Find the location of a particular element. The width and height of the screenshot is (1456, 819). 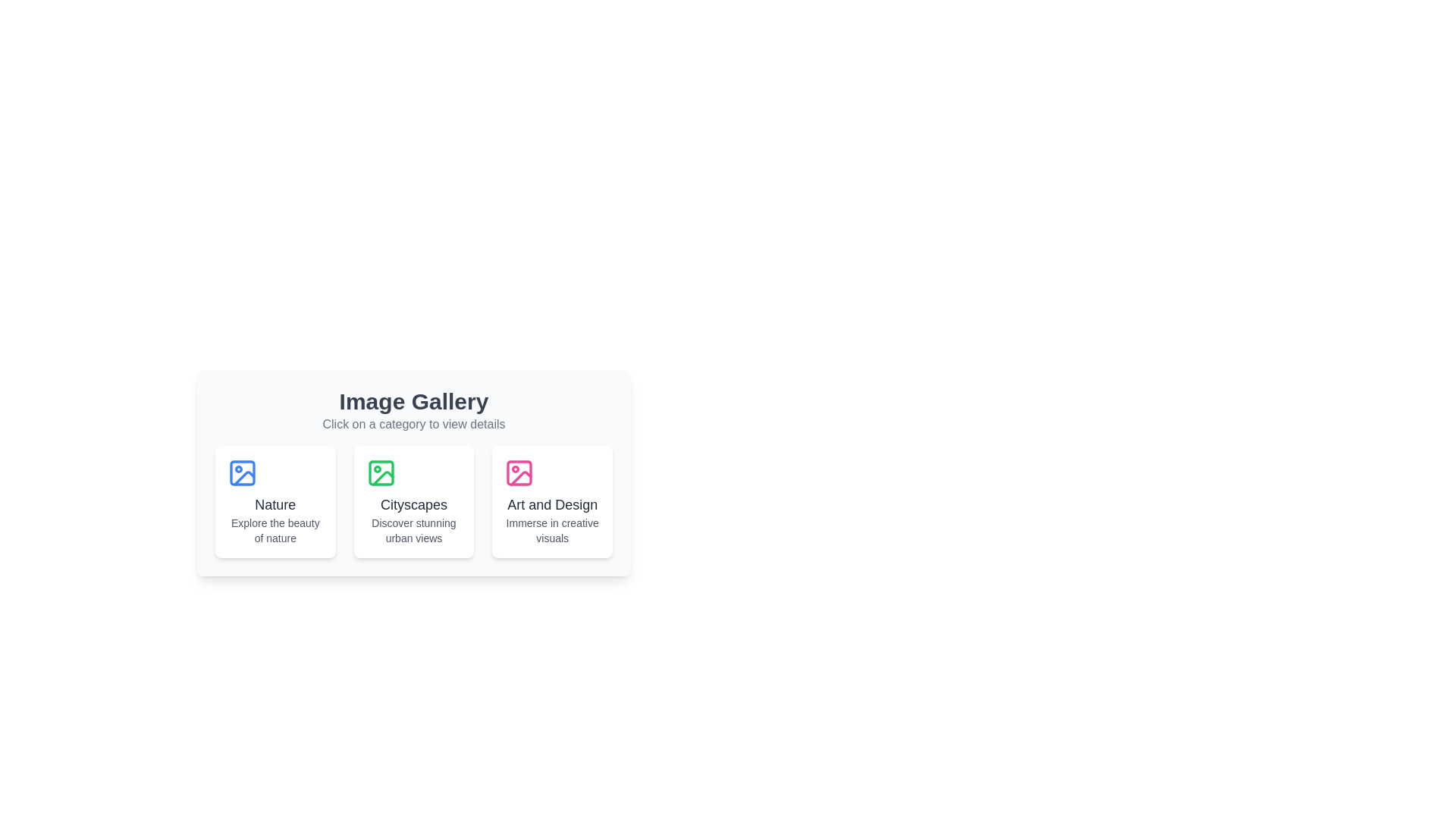

instruction text displayed below the 'Image Gallery' label, which guides users on how to interact with the categories below it is located at coordinates (414, 424).